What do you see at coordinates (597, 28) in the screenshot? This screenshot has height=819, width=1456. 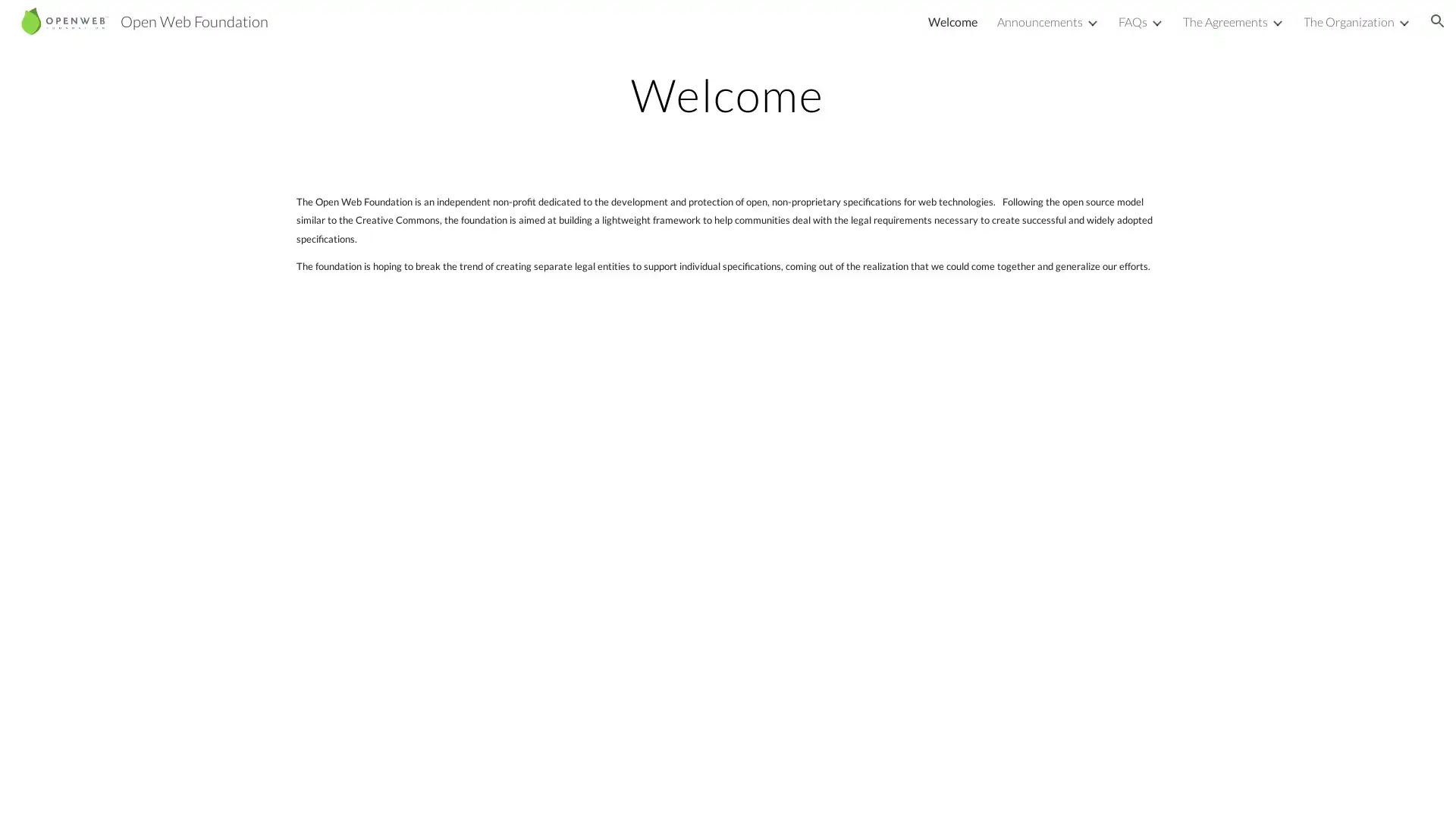 I see `Skip to main content` at bounding box center [597, 28].